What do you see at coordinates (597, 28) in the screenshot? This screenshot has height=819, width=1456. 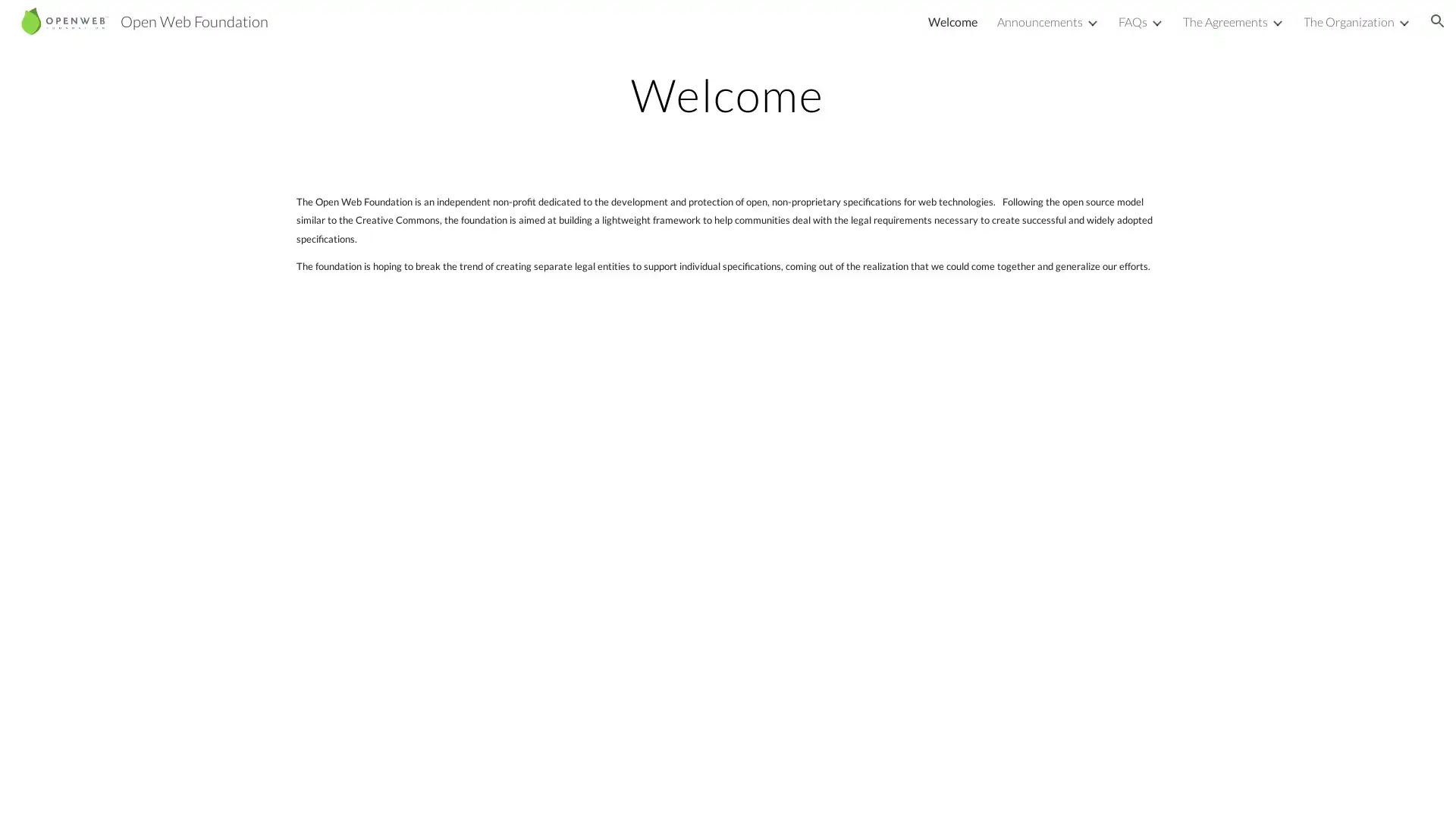 I see `Skip to main content` at bounding box center [597, 28].